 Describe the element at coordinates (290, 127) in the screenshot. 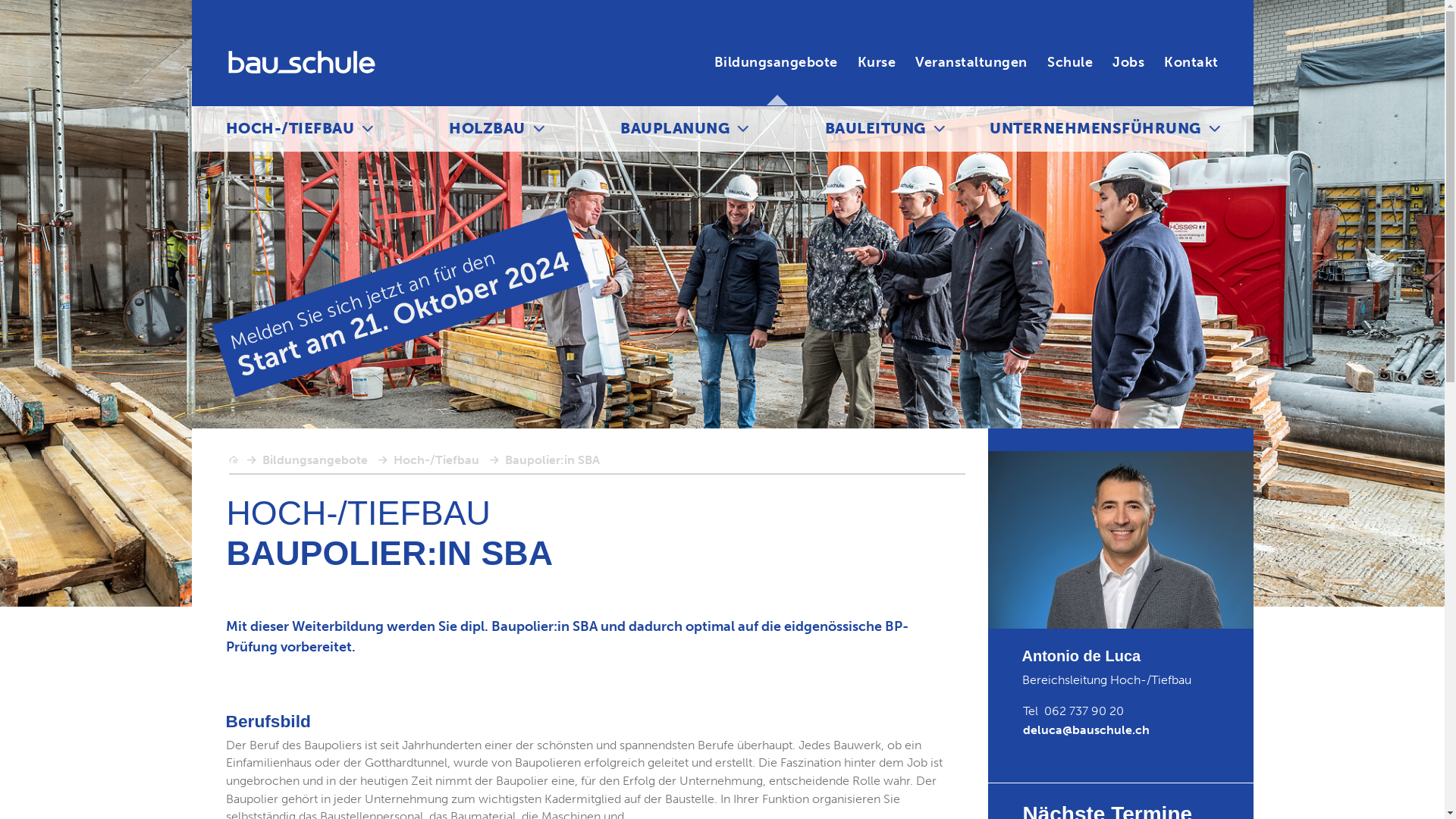

I see `'HOCH-/TIEFBAU'` at that location.